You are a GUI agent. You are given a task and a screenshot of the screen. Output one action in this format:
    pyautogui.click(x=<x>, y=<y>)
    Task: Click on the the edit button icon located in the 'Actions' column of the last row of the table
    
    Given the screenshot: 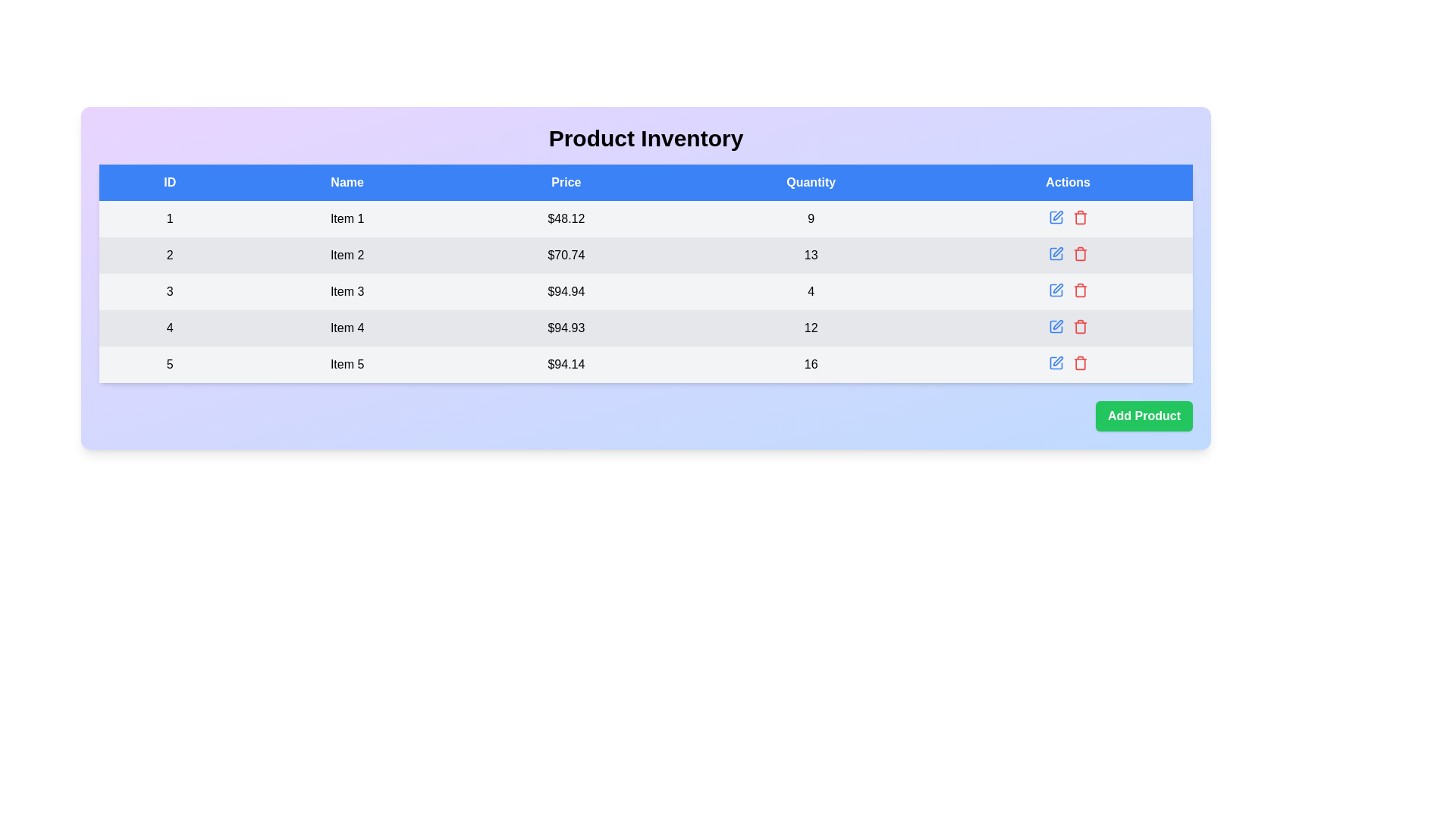 What is the action you would take?
    pyautogui.click(x=1057, y=360)
    